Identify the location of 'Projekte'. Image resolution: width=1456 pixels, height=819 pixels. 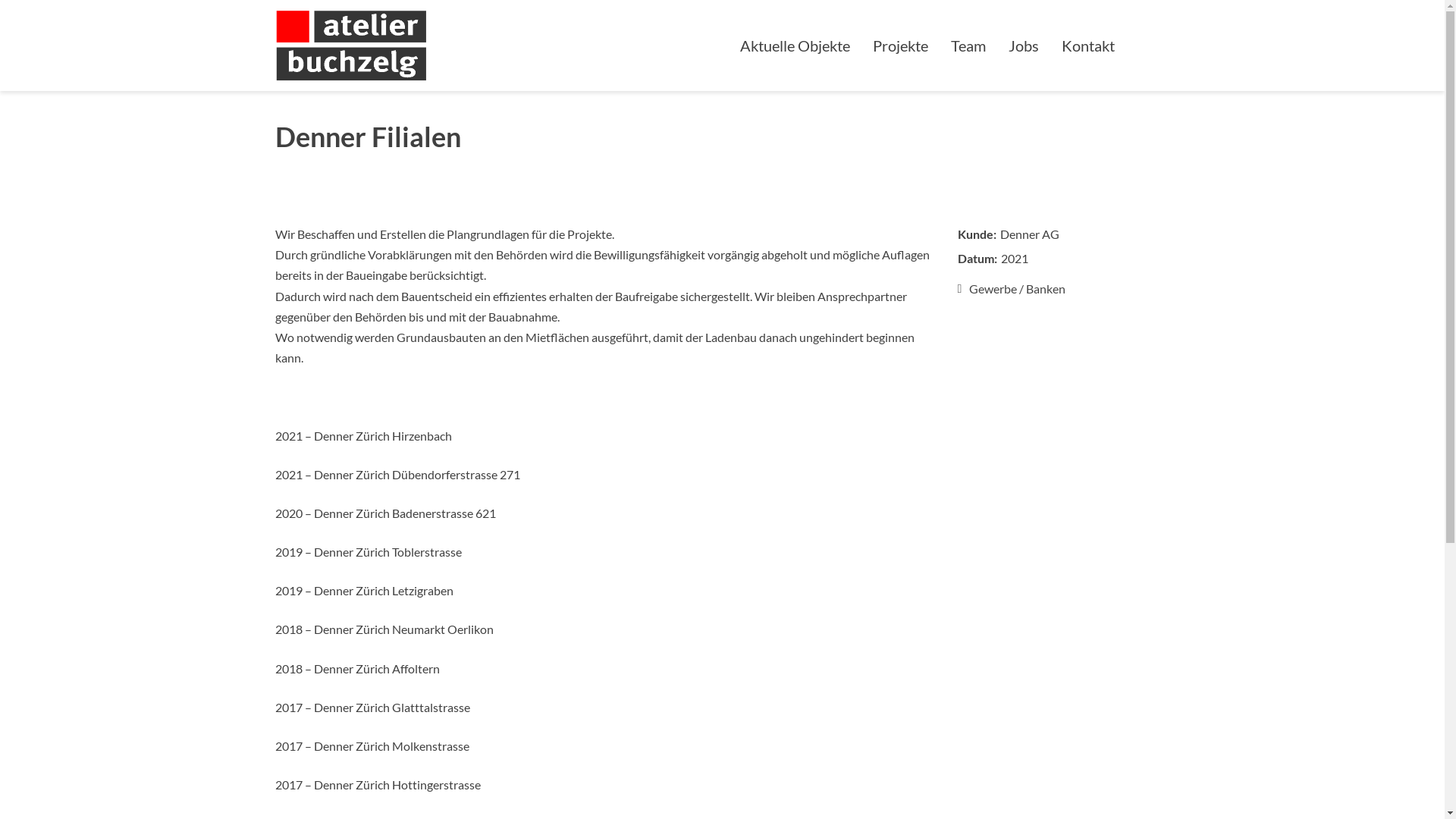
(861, 45).